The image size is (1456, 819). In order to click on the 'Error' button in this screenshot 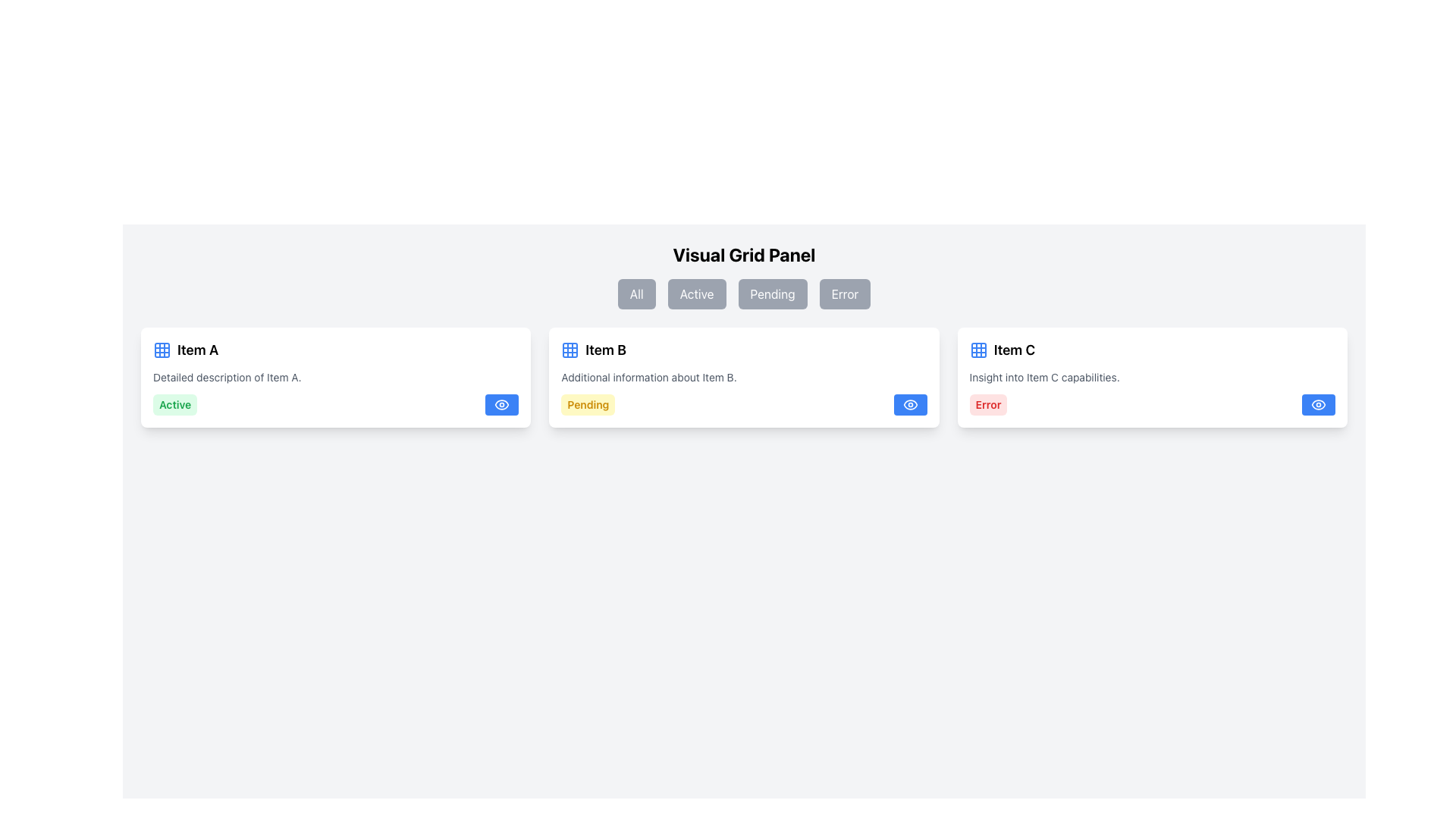, I will do `click(844, 294)`.